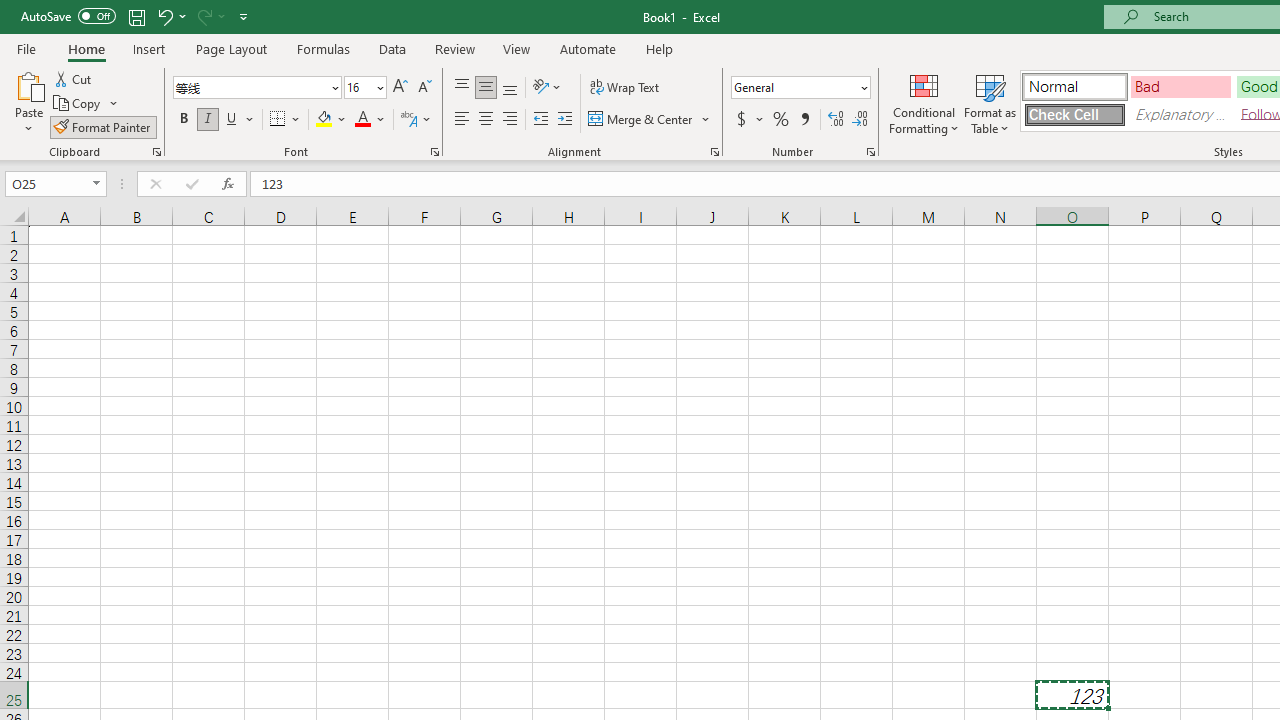  I want to click on 'Name Box', so click(47, 183).